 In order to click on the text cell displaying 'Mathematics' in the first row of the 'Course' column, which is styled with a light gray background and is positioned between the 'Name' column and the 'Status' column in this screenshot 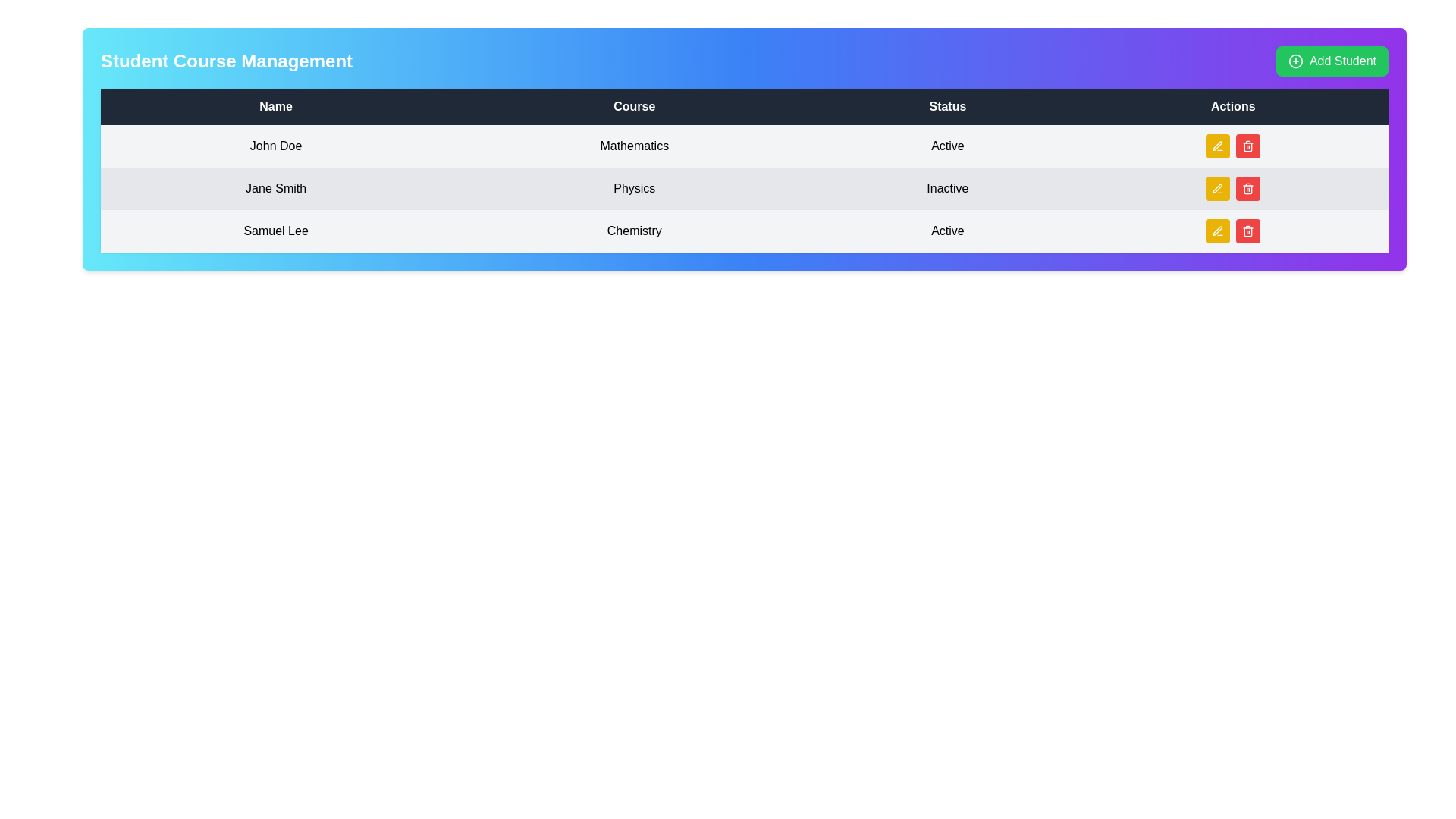, I will do `click(634, 146)`.